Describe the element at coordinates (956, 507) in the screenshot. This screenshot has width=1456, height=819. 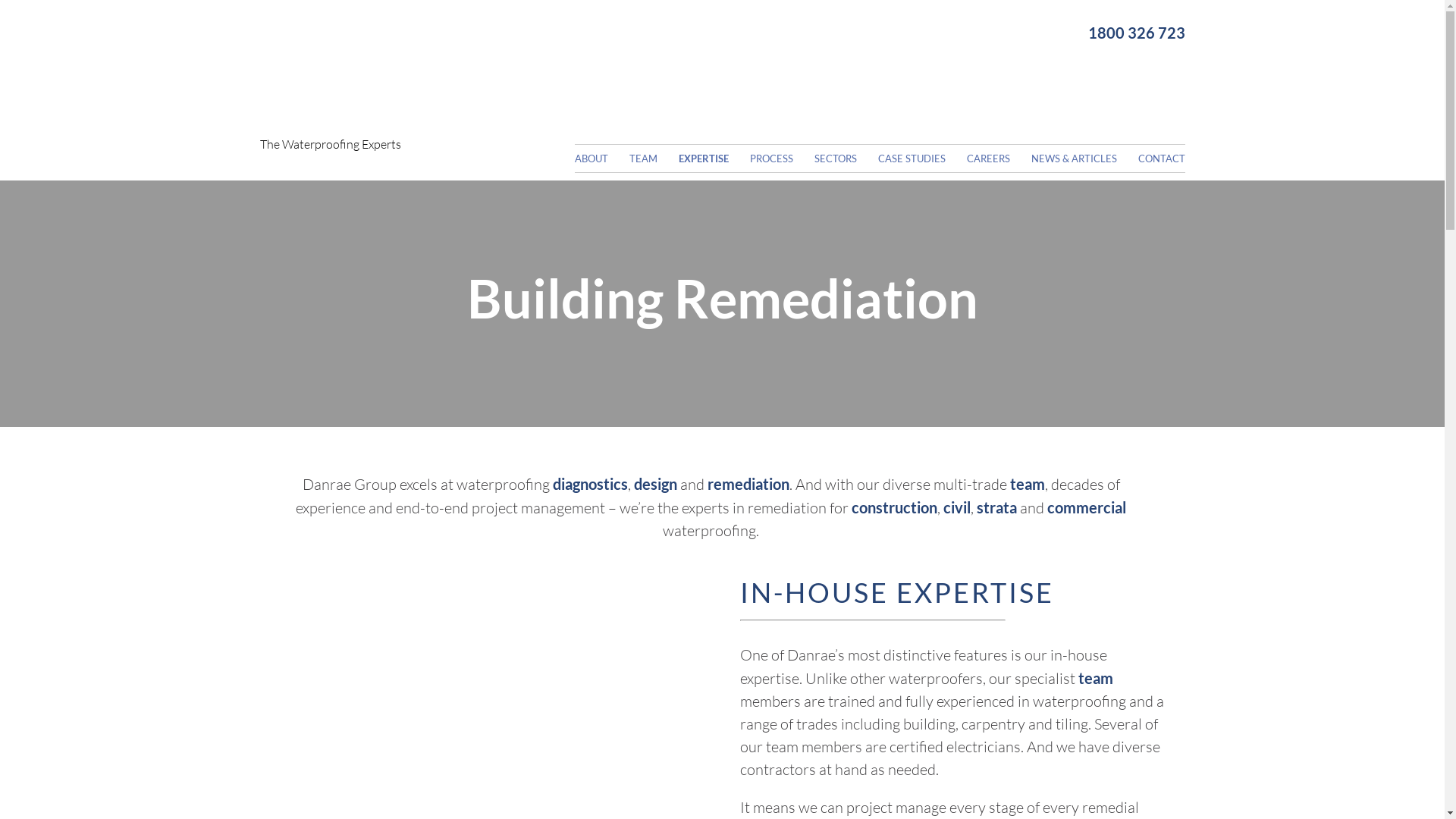
I see `'civil'` at that location.